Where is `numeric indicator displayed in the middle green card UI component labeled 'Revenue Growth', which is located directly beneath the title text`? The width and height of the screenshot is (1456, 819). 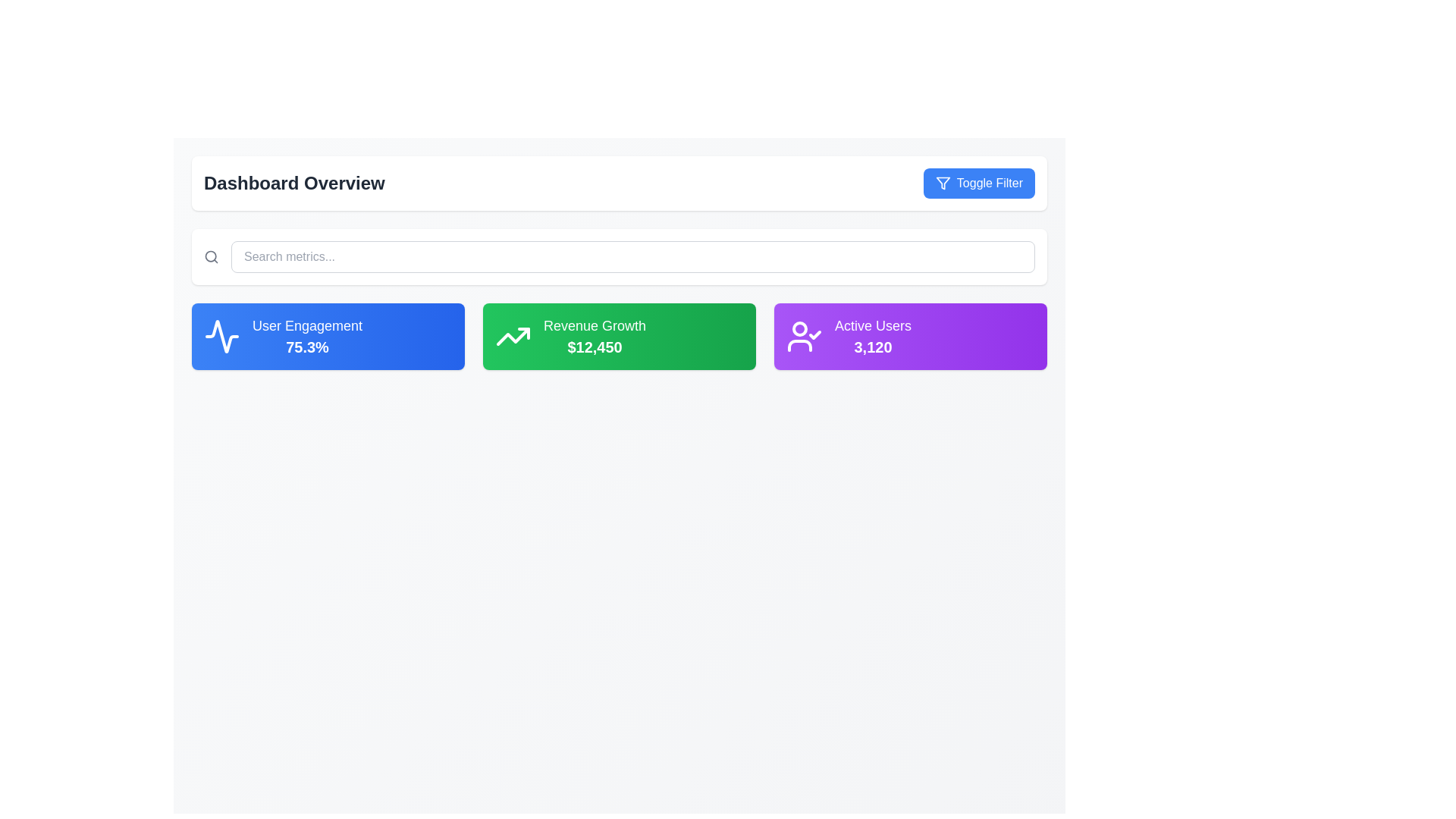 numeric indicator displayed in the middle green card UI component labeled 'Revenue Growth', which is located directly beneath the title text is located at coordinates (594, 347).